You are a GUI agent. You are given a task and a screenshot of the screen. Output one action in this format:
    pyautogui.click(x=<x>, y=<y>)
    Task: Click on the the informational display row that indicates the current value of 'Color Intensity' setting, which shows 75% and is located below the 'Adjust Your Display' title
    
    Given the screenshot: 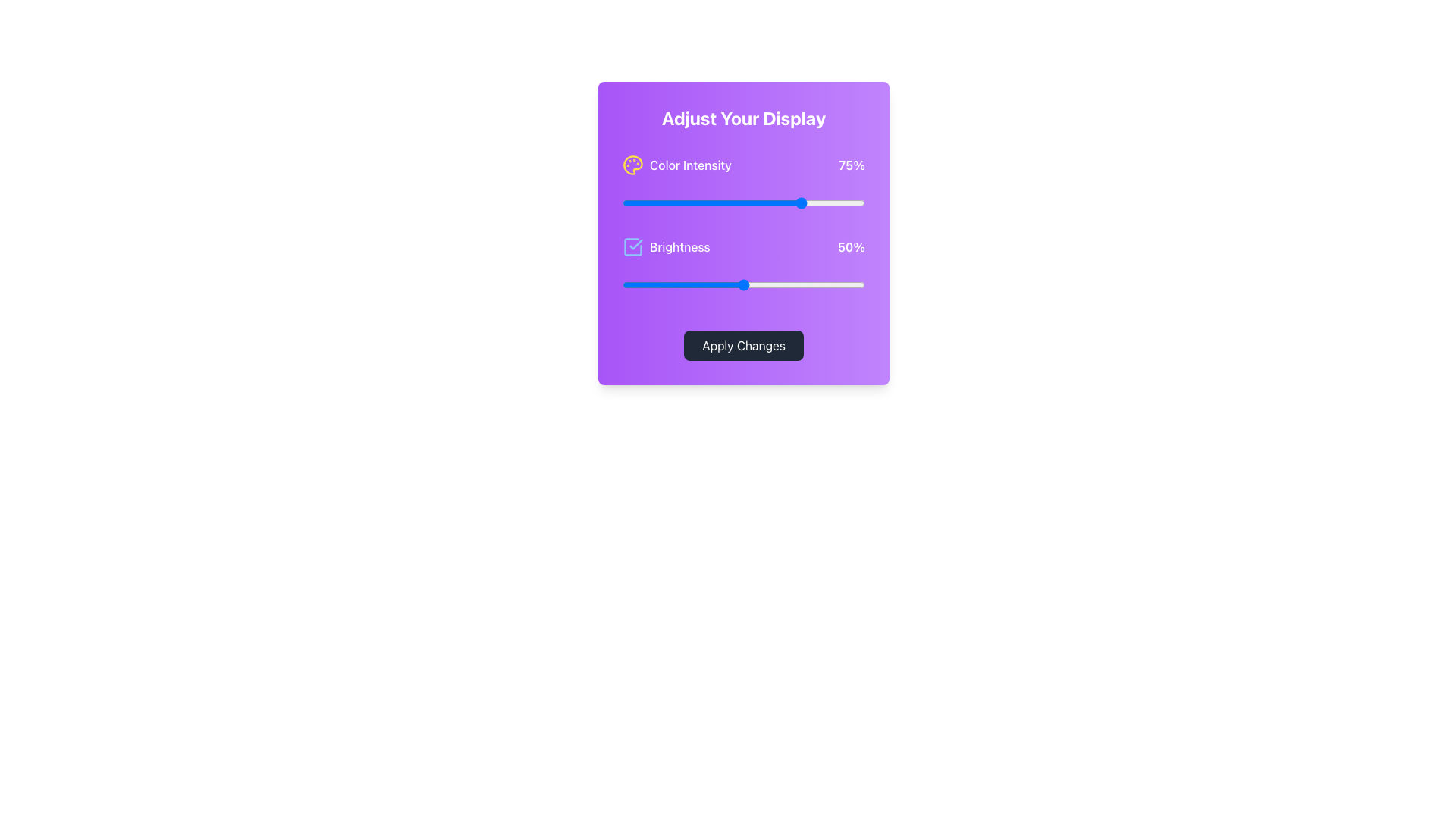 What is the action you would take?
    pyautogui.click(x=743, y=165)
    